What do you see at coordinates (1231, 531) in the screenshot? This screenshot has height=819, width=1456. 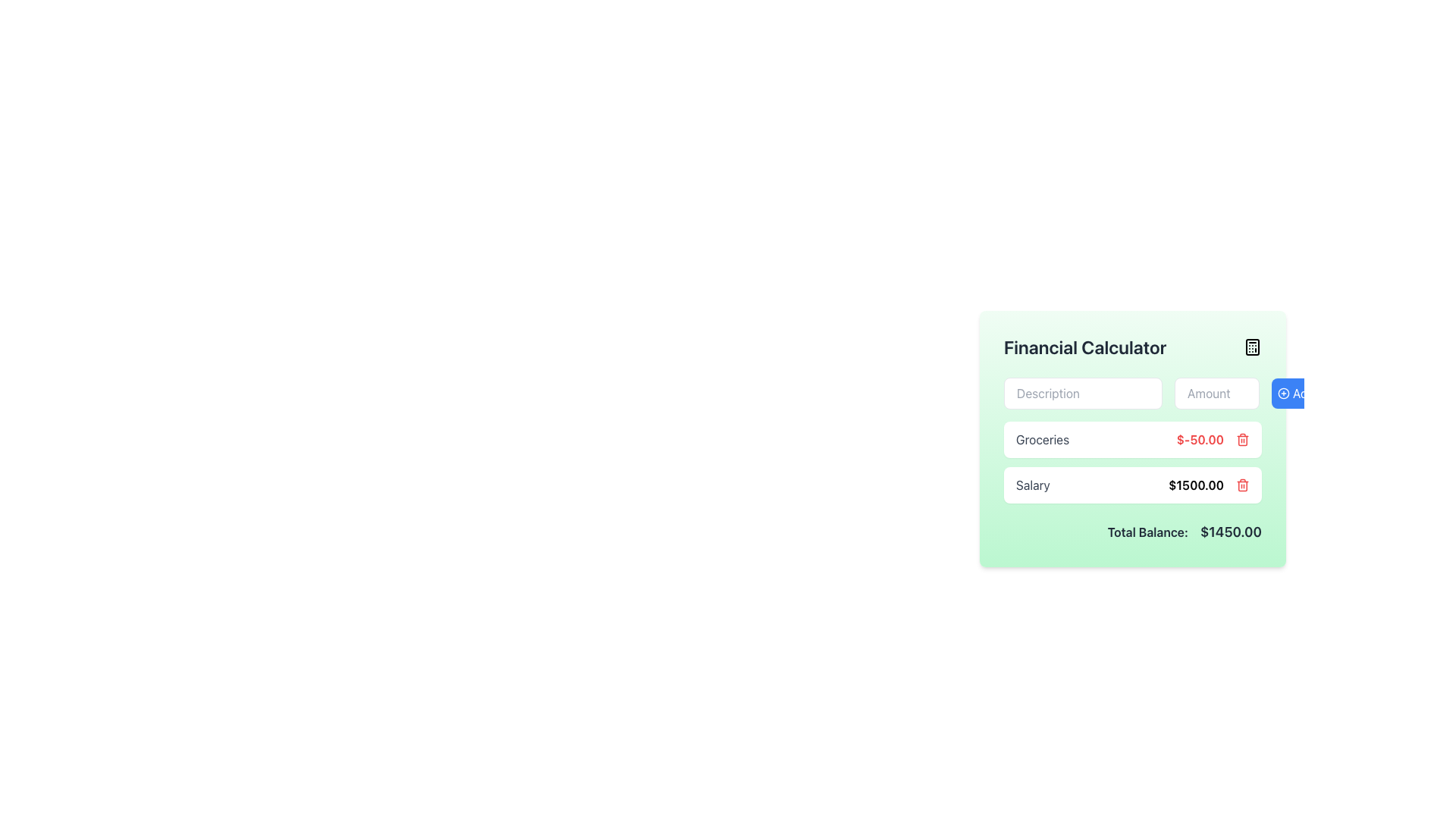 I see `the Text Display element that shows the calculated financial total of '$1450.00', located at the bottom-right corner of the card interface` at bounding box center [1231, 531].